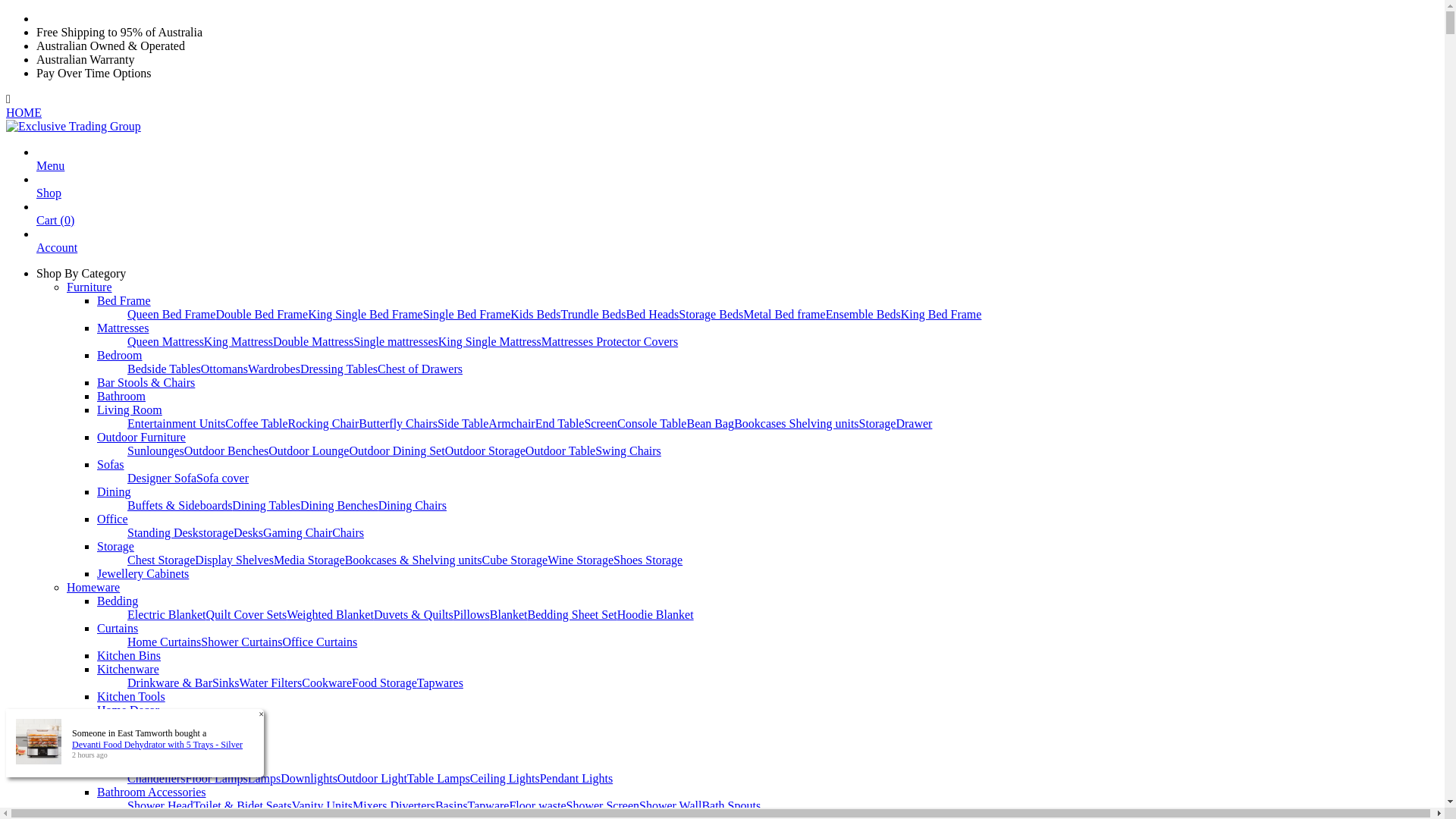  What do you see at coordinates (155, 450) in the screenshot?
I see `'Sunlounges'` at bounding box center [155, 450].